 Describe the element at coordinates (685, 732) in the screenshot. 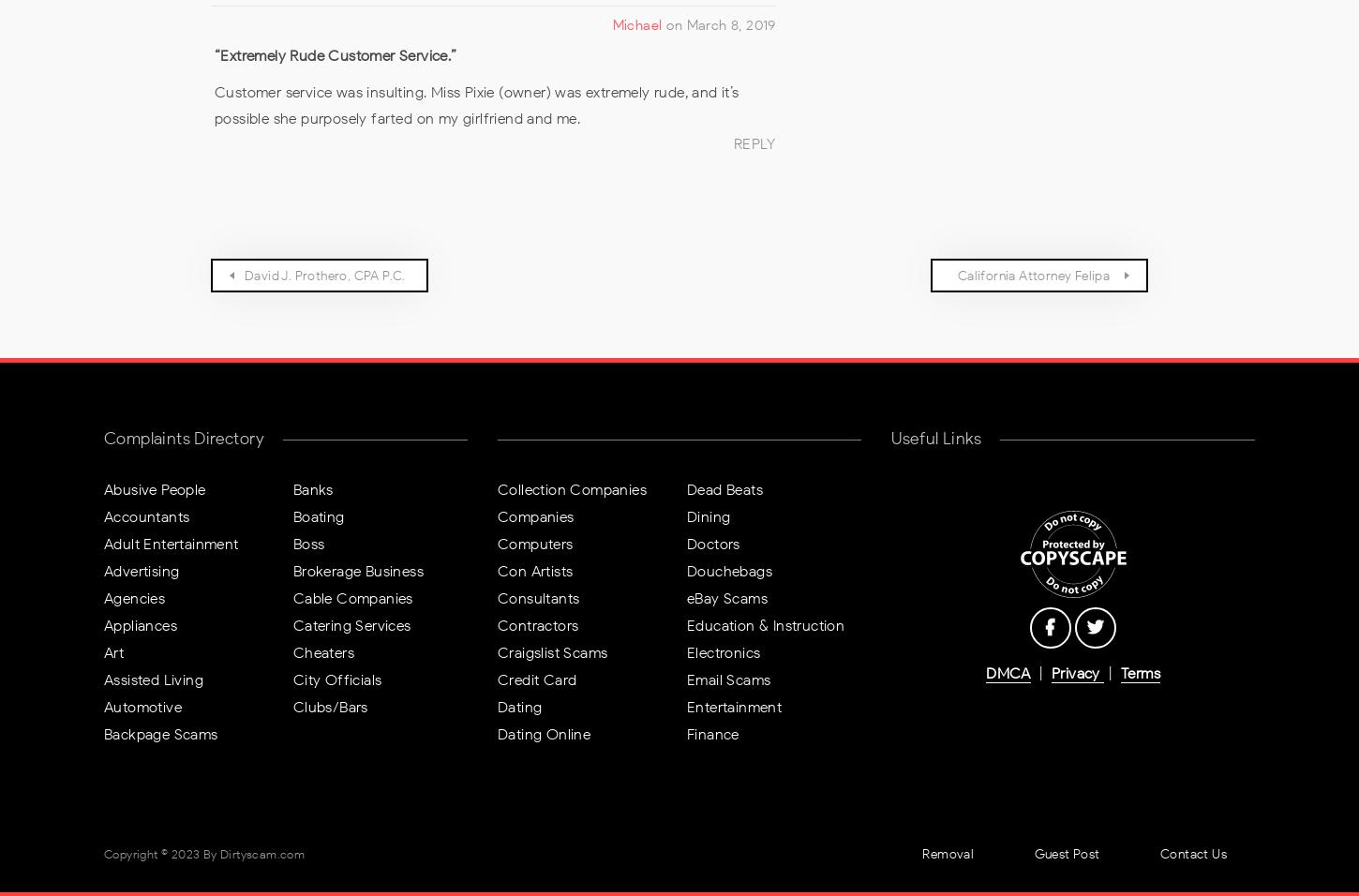

I see `'Finance'` at that location.